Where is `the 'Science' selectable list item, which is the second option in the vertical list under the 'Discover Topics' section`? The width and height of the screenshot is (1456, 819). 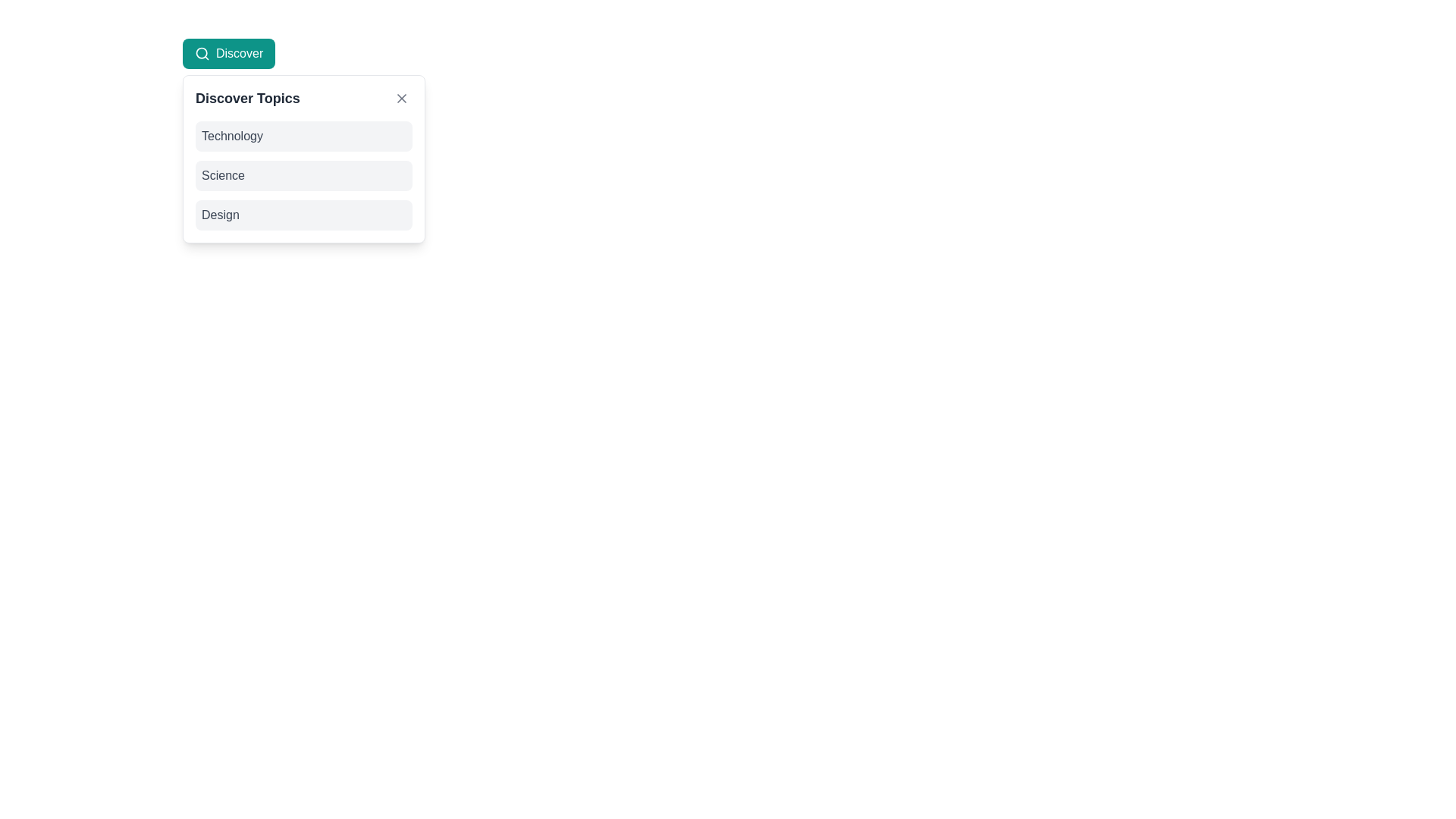
the 'Science' selectable list item, which is the second option in the vertical list under the 'Discover Topics' section is located at coordinates (303, 174).